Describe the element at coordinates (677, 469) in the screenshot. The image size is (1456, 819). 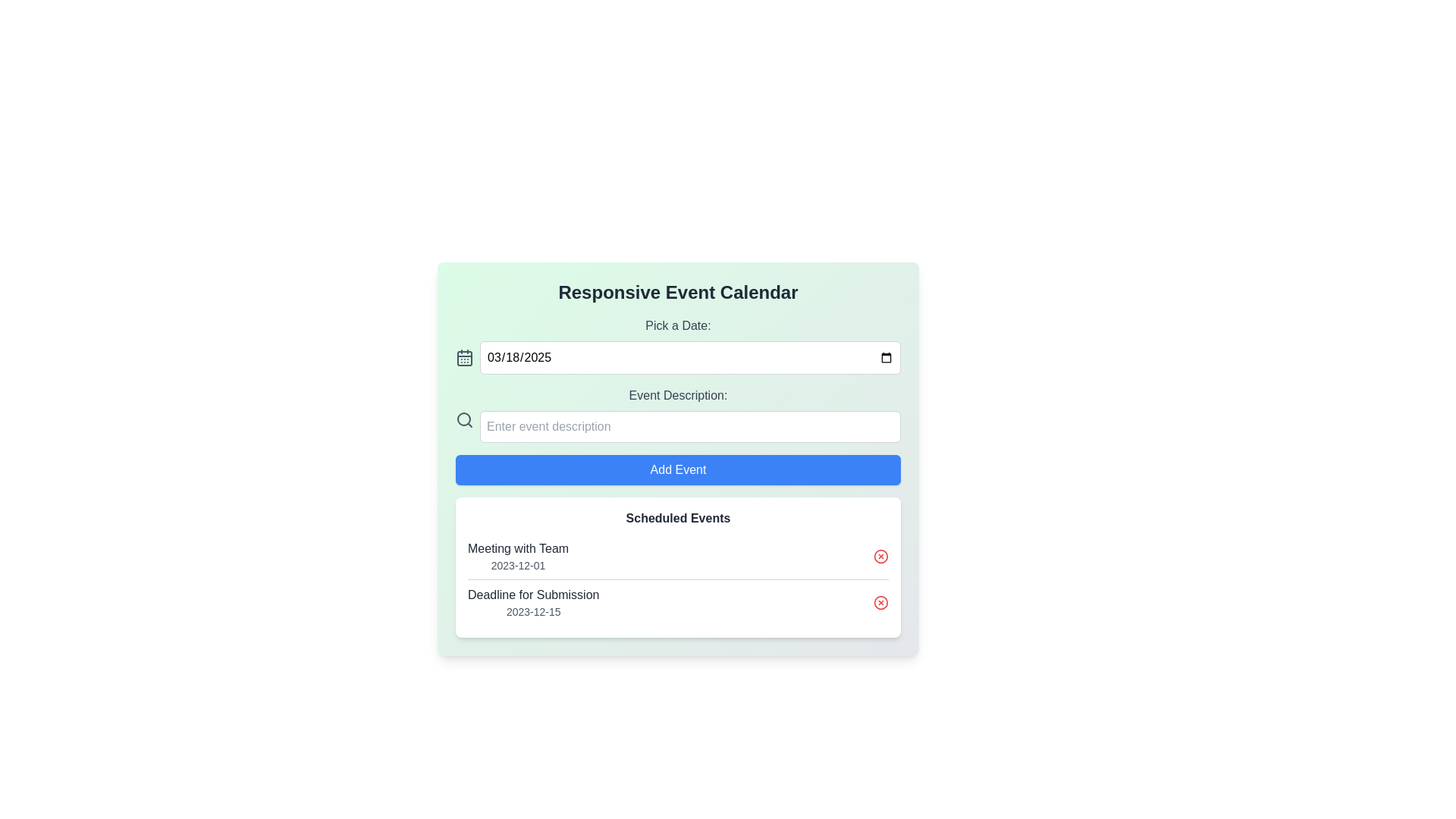
I see `the button located in the central section of the interface, below the 'Event Description' input field` at that location.